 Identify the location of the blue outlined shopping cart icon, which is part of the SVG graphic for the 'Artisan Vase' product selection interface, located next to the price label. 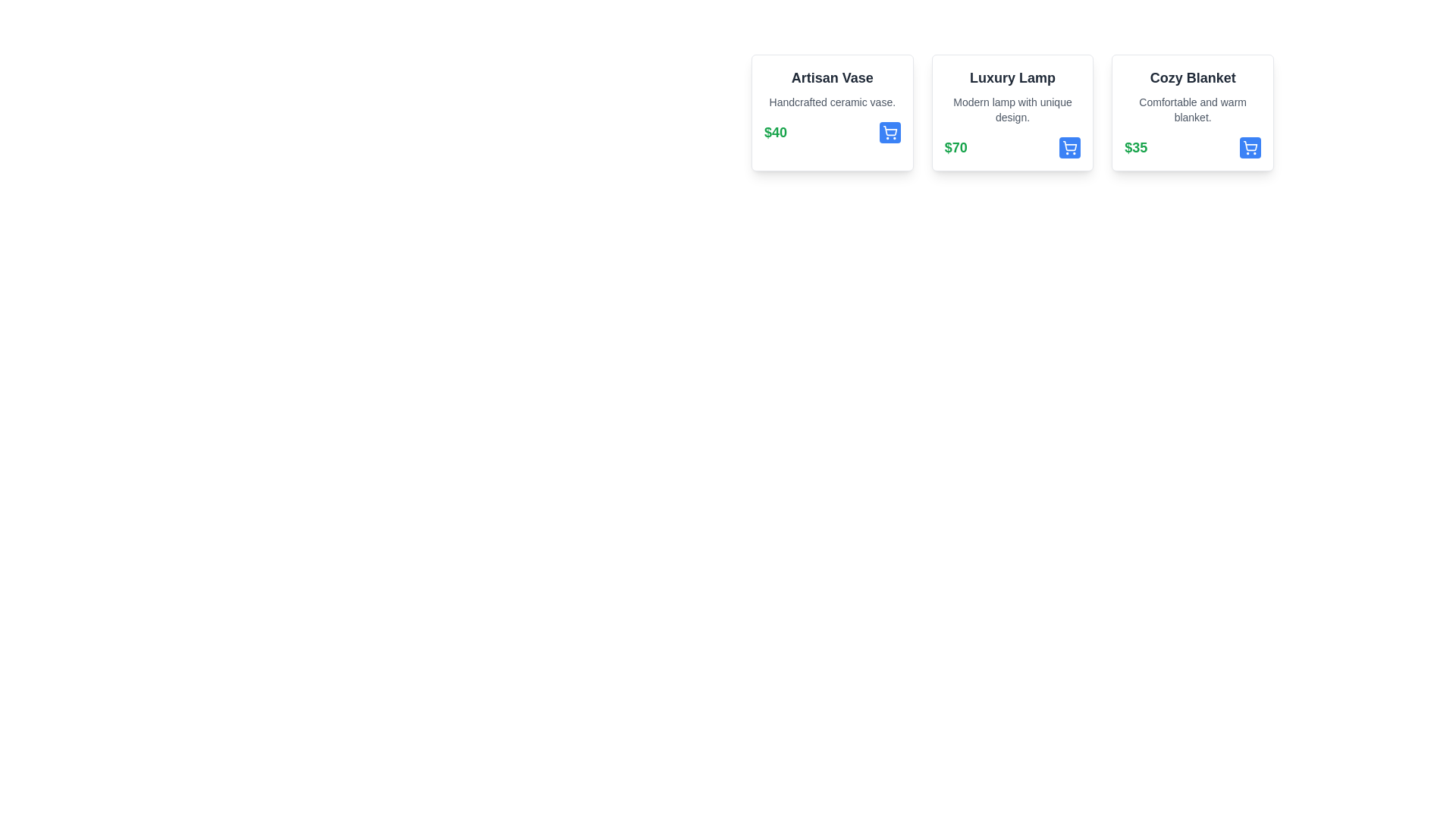
(890, 130).